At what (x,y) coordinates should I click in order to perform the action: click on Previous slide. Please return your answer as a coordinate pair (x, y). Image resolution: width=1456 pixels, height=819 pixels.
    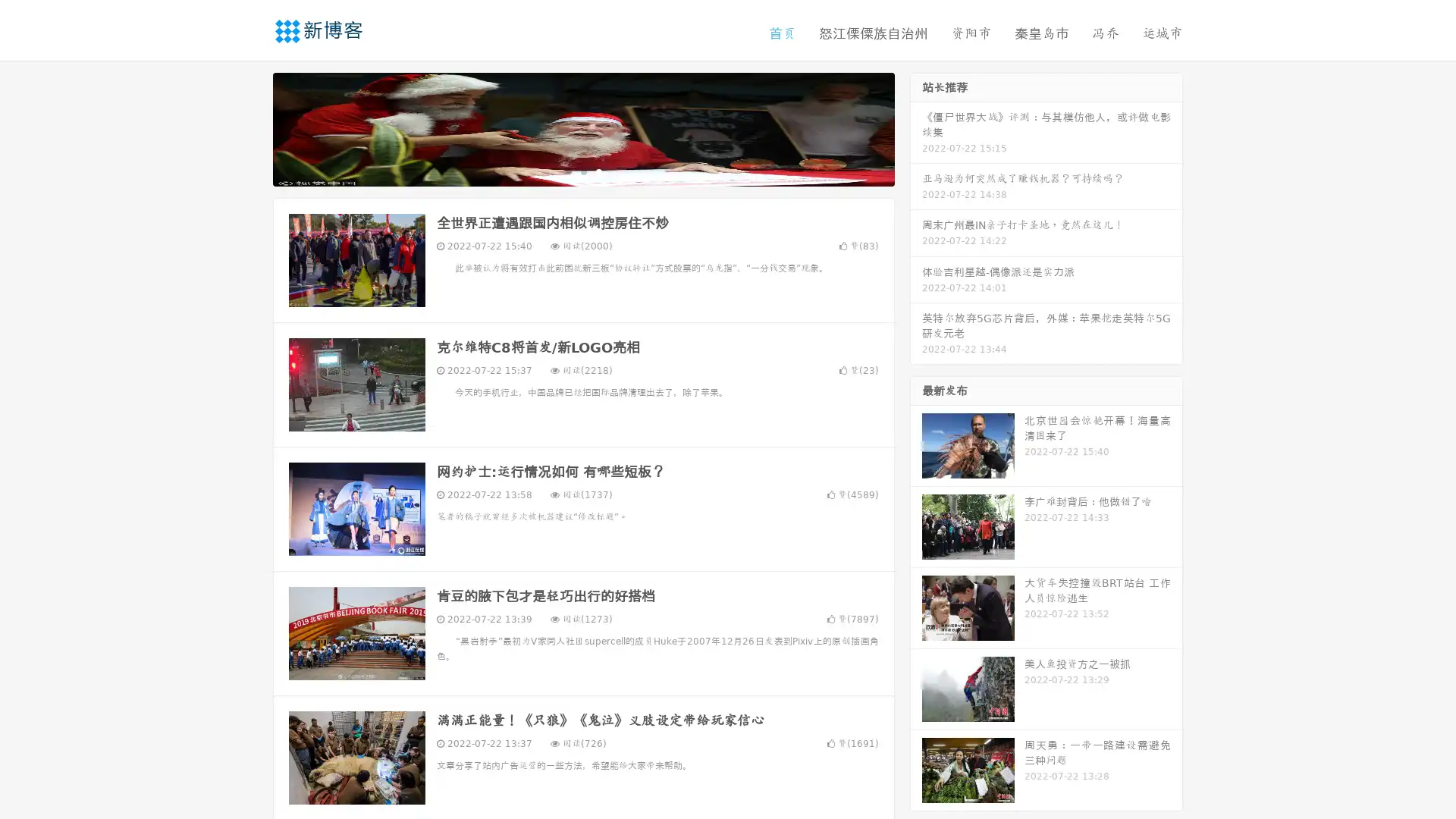
    Looking at the image, I should click on (250, 127).